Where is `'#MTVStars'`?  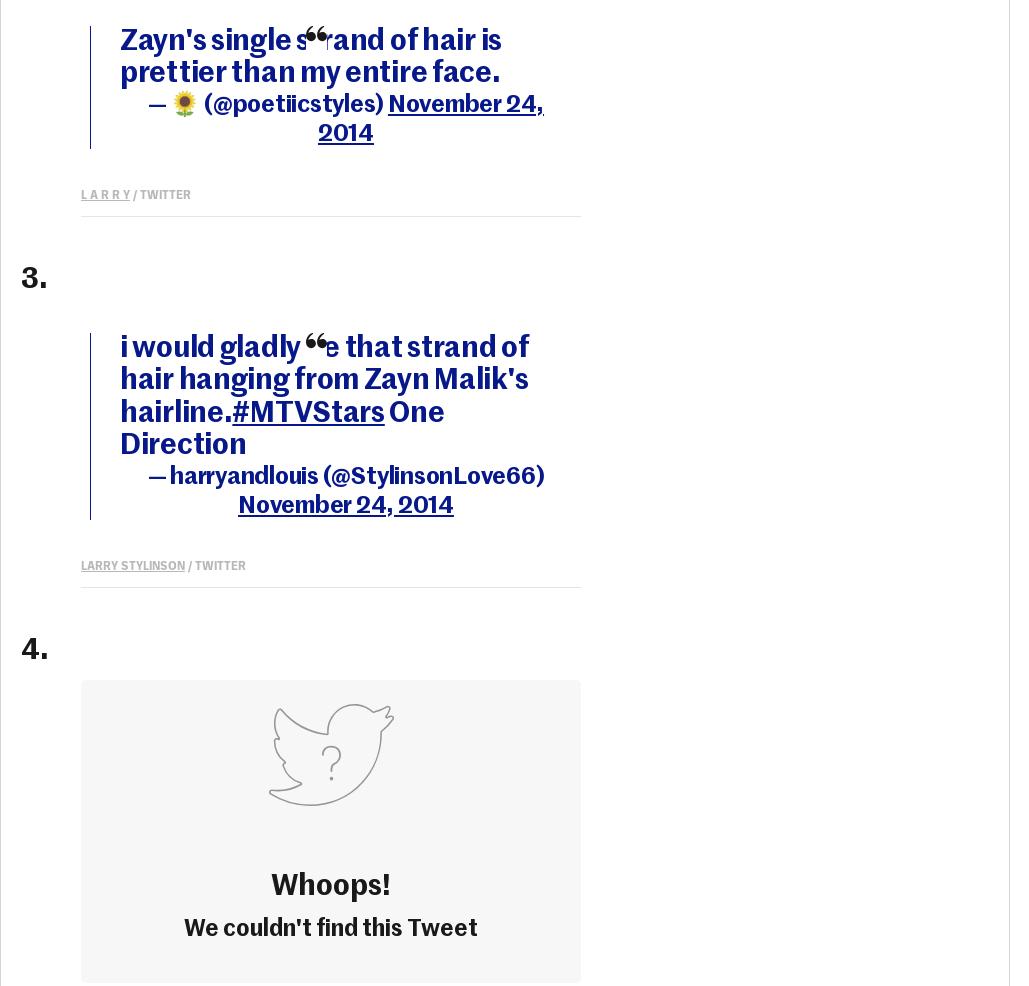 '#MTVStars' is located at coordinates (307, 413).